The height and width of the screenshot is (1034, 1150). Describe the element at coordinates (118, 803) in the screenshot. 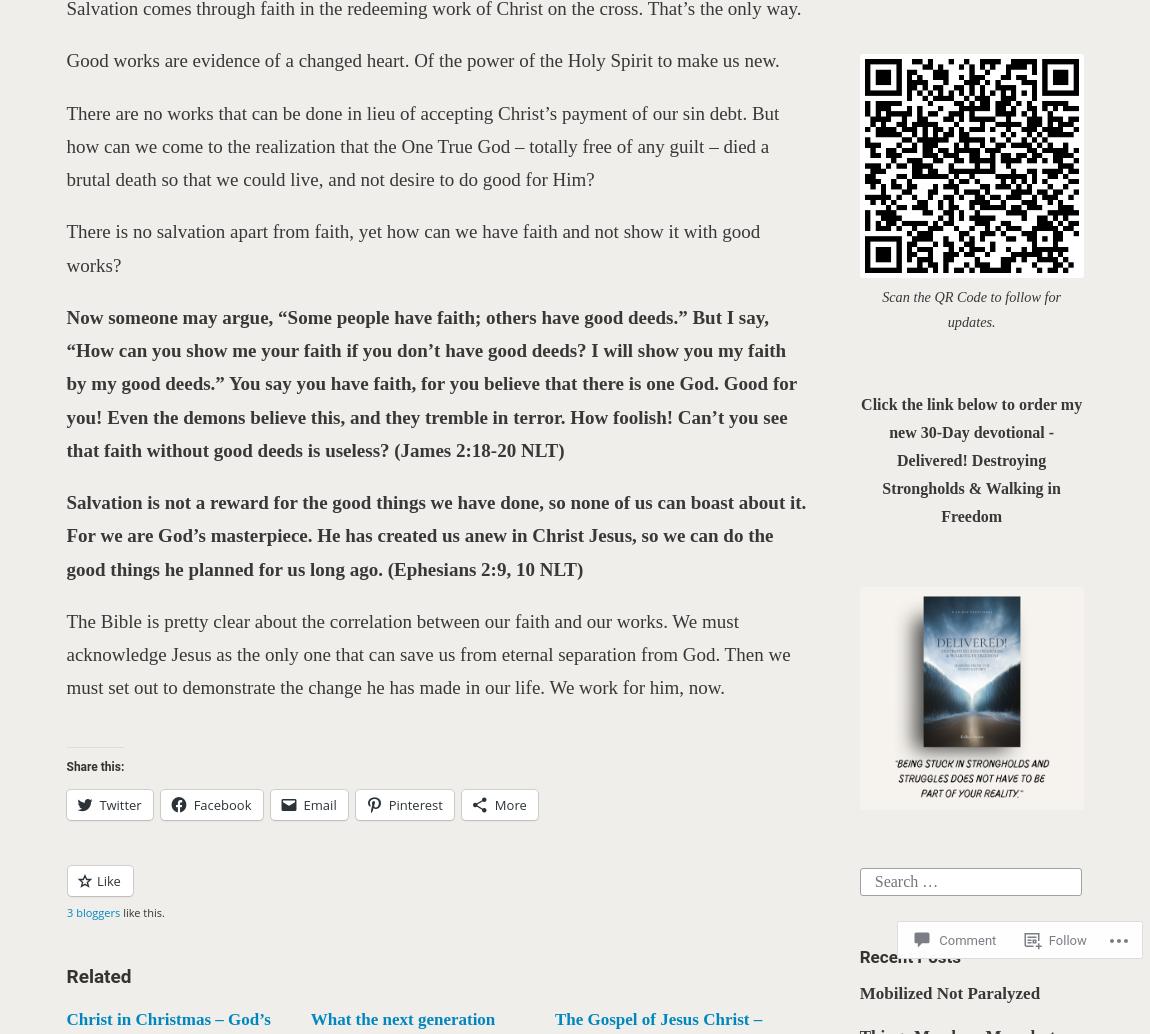

I see `'Twitter'` at that location.